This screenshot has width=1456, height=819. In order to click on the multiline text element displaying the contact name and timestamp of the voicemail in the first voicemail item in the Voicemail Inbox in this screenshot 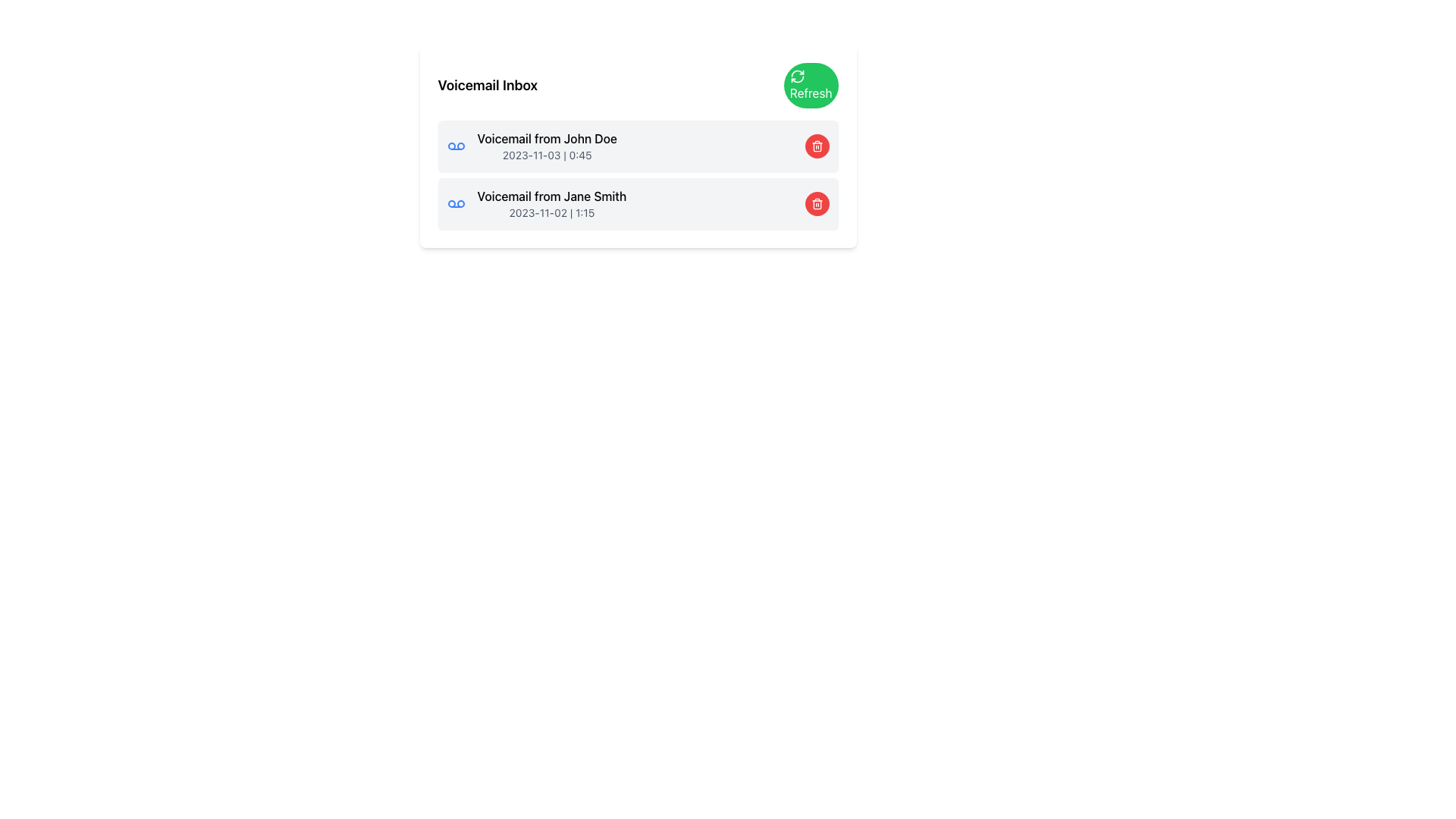, I will do `click(546, 146)`.